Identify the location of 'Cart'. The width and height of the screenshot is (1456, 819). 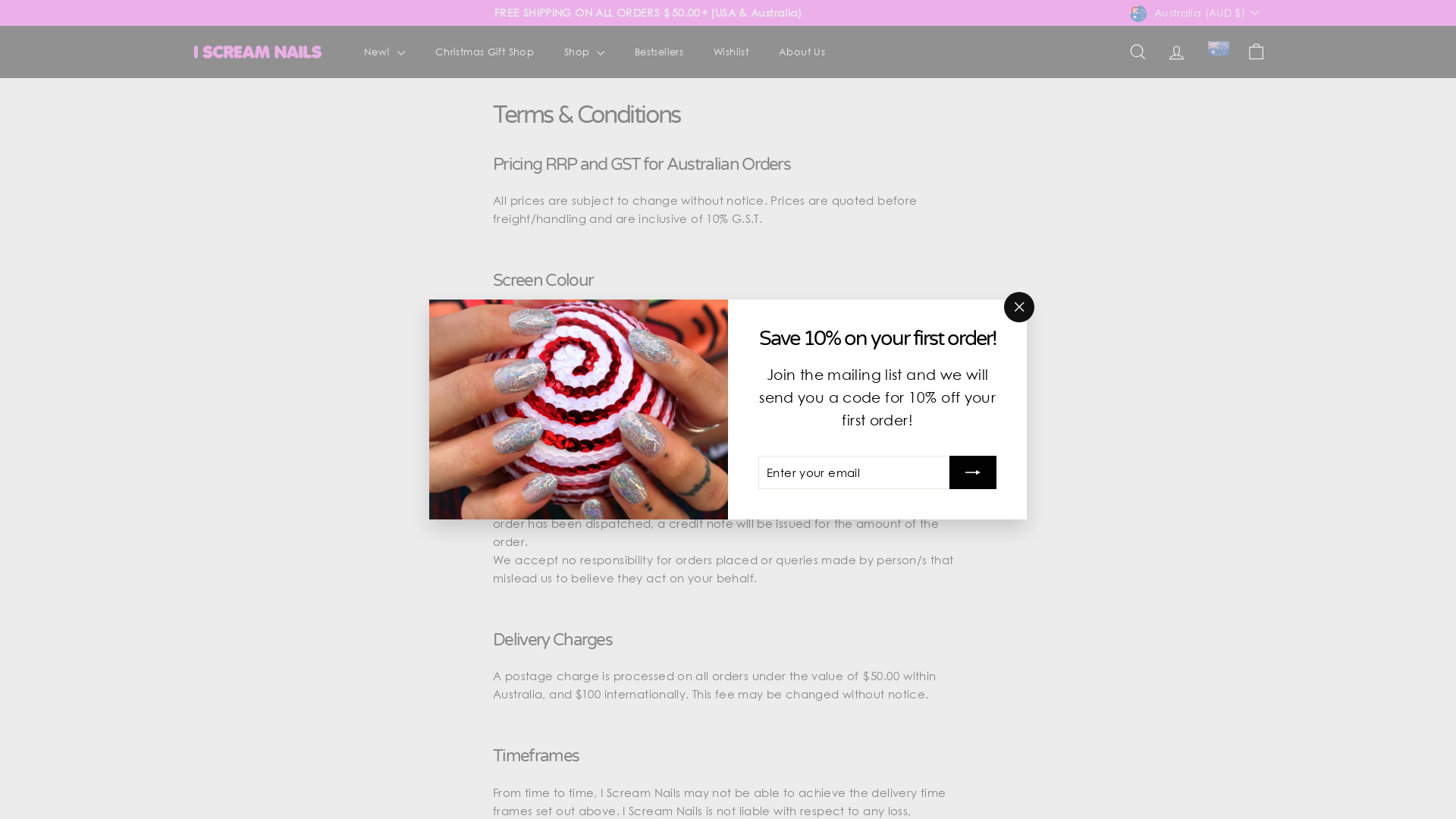
(1256, 51).